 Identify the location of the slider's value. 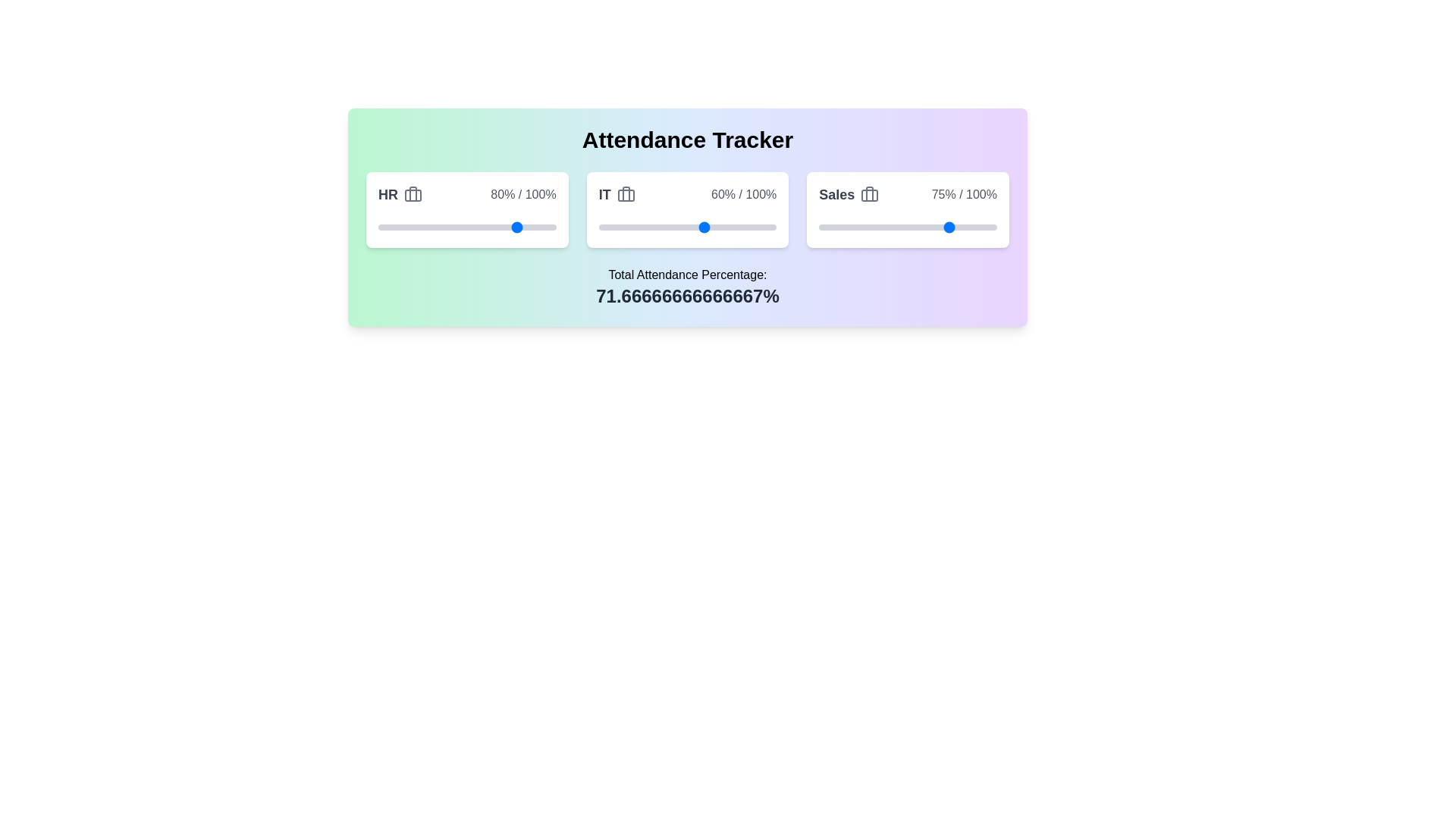
(952, 227).